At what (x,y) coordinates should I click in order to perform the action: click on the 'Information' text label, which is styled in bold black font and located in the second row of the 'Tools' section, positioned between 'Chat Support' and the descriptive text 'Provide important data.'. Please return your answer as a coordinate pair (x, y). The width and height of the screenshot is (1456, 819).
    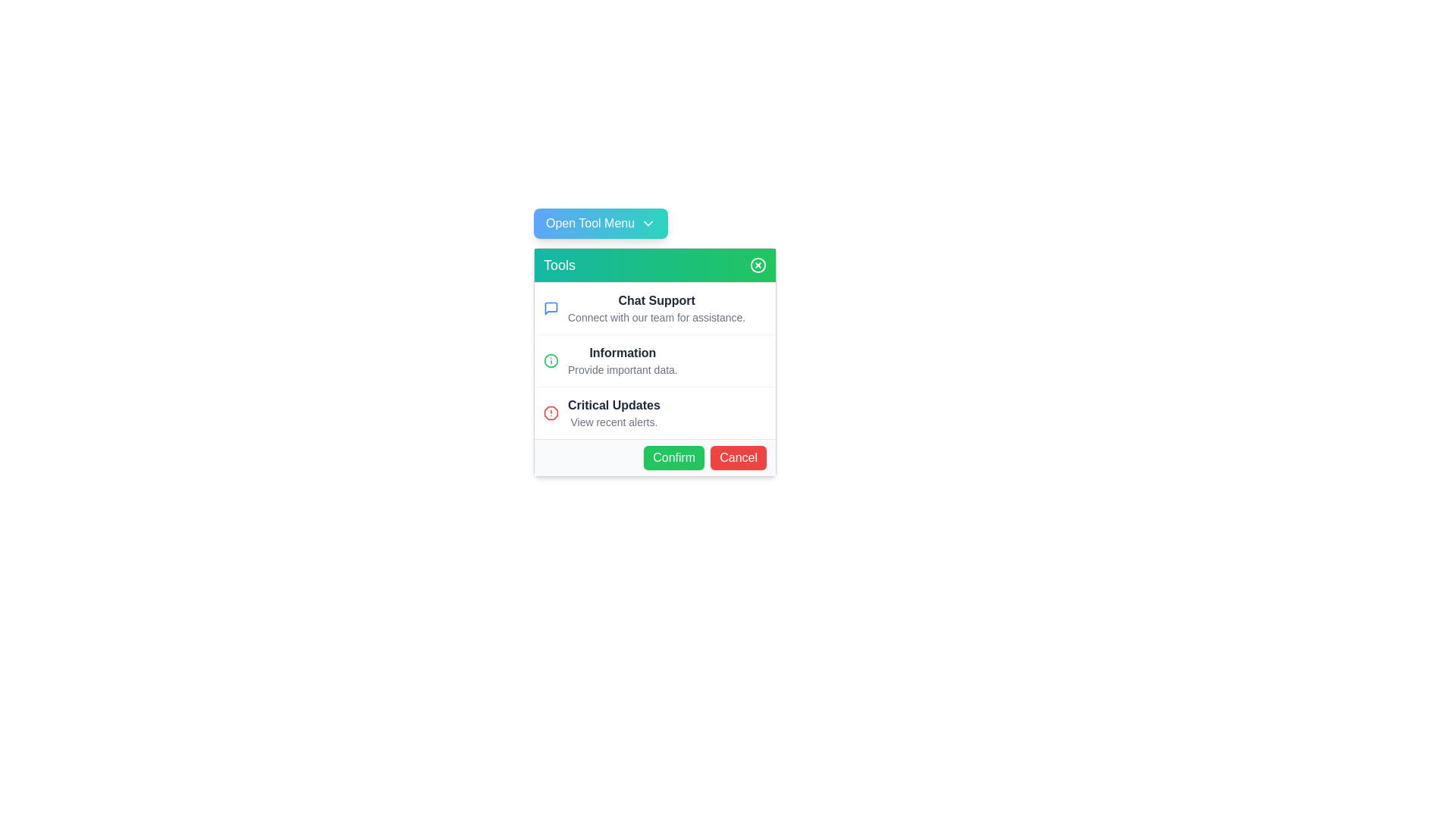
    Looking at the image, I should click on (623, 353).